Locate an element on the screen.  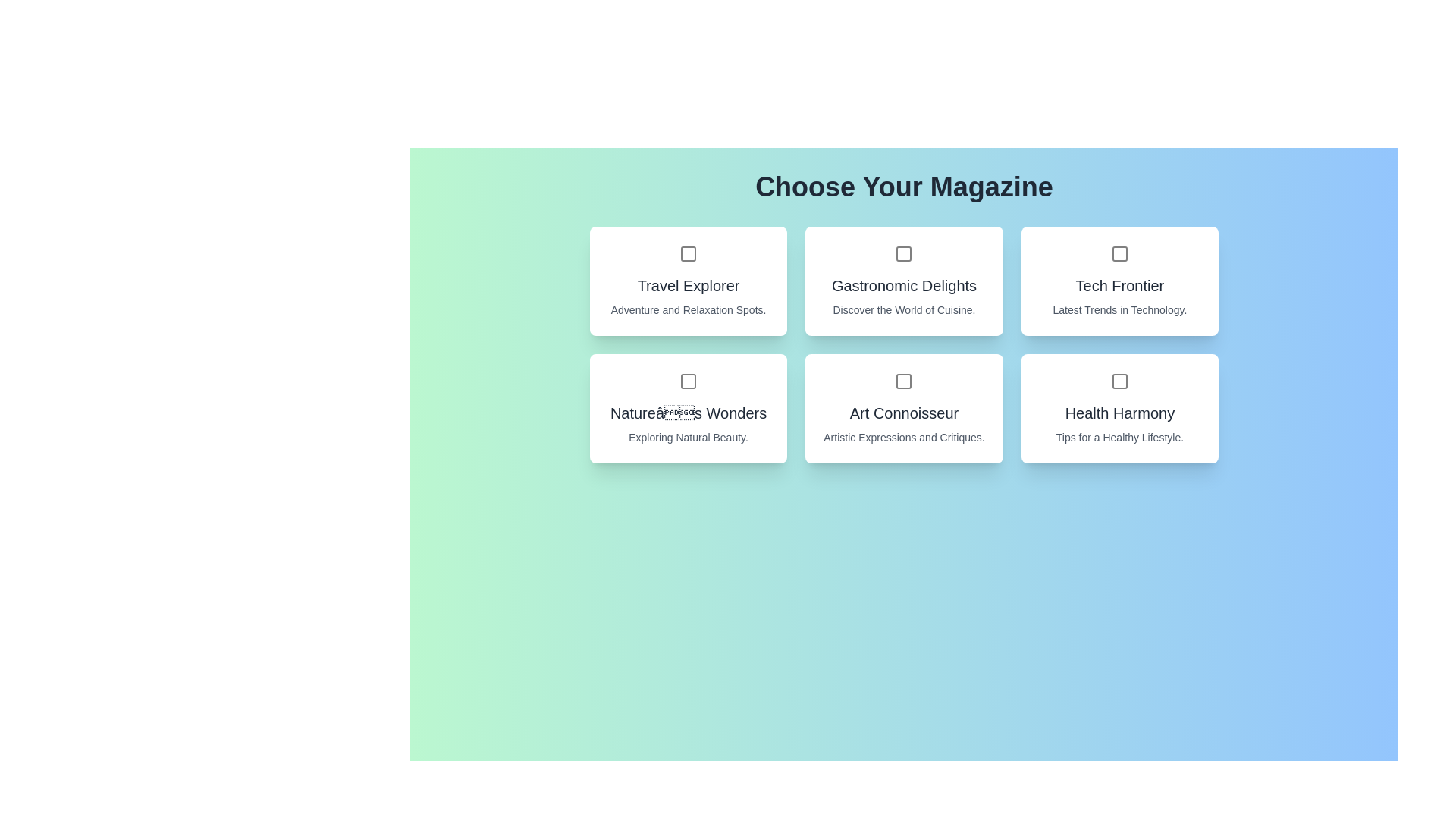
the magazine card titled 'Travel Explorer' to observe its hover effect is located at coordinates (687, 281).